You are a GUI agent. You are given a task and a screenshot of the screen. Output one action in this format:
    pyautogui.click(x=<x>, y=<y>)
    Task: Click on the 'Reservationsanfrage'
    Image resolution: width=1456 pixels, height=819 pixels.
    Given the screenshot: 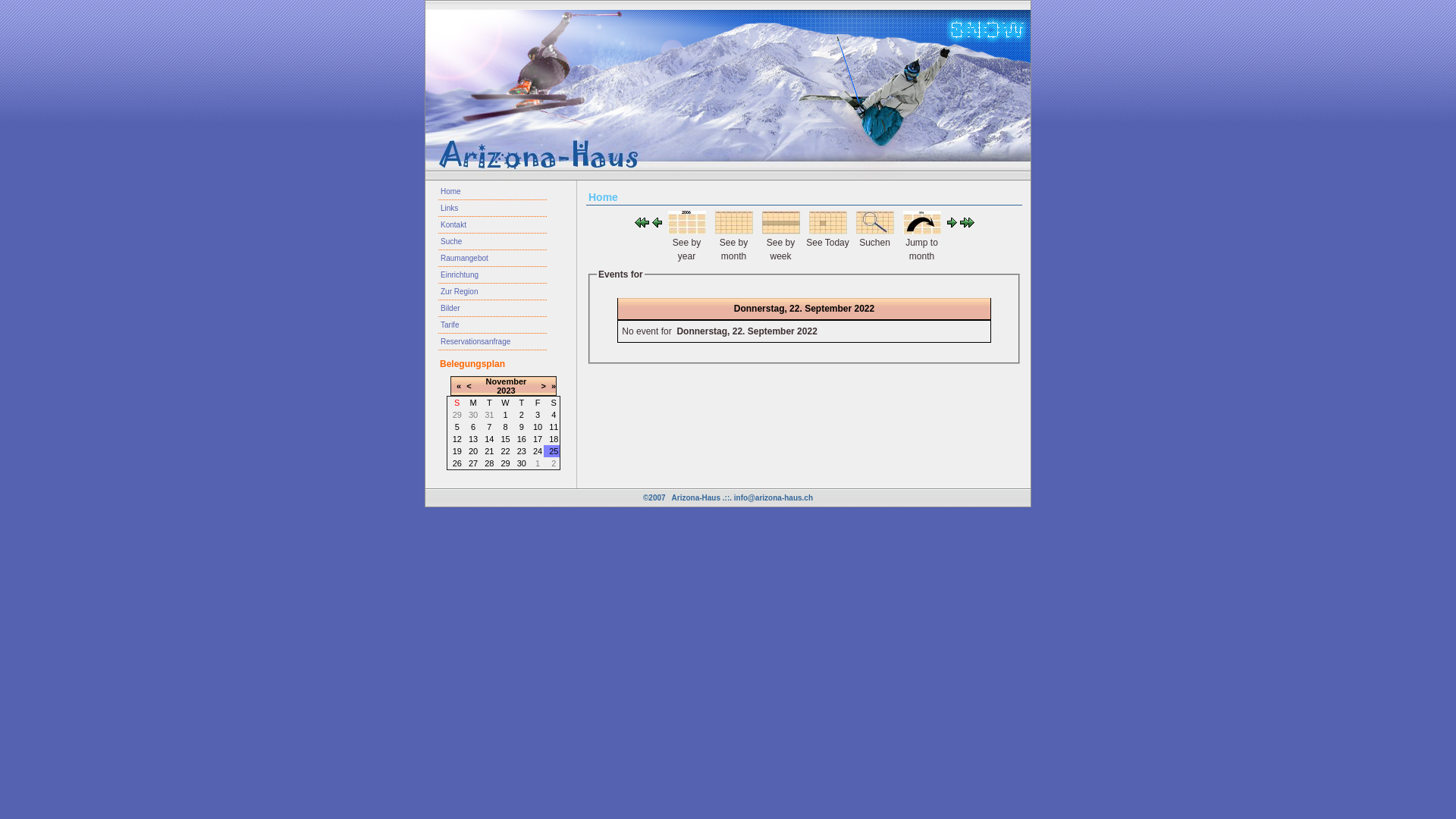 What is the action you would take?
    pyautogui.click(x=492, y=342)
    